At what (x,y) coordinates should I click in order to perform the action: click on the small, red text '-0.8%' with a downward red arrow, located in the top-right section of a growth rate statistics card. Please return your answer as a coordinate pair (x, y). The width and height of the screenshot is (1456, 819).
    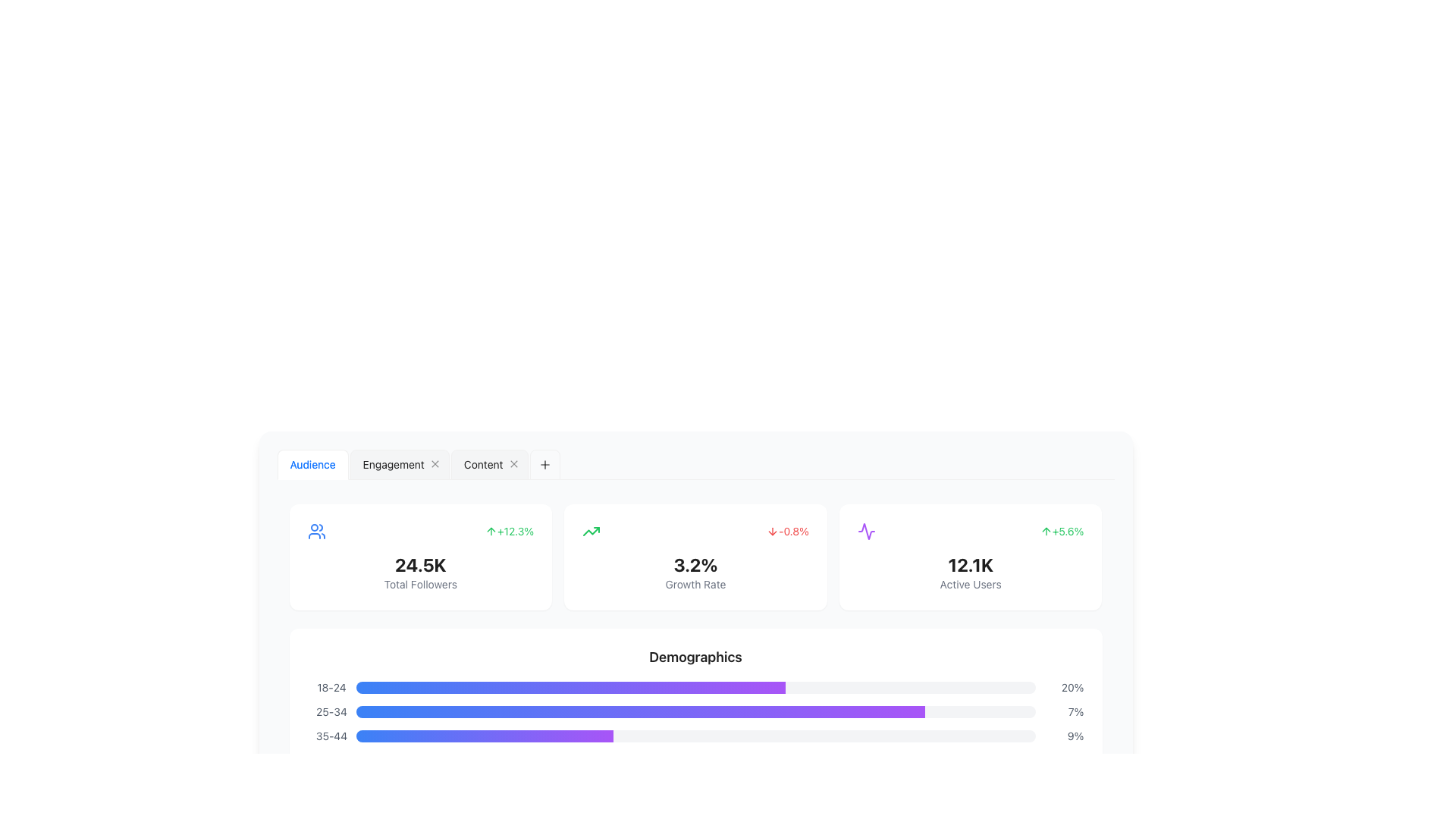
    Looking at the image, I should click on (695, 531).